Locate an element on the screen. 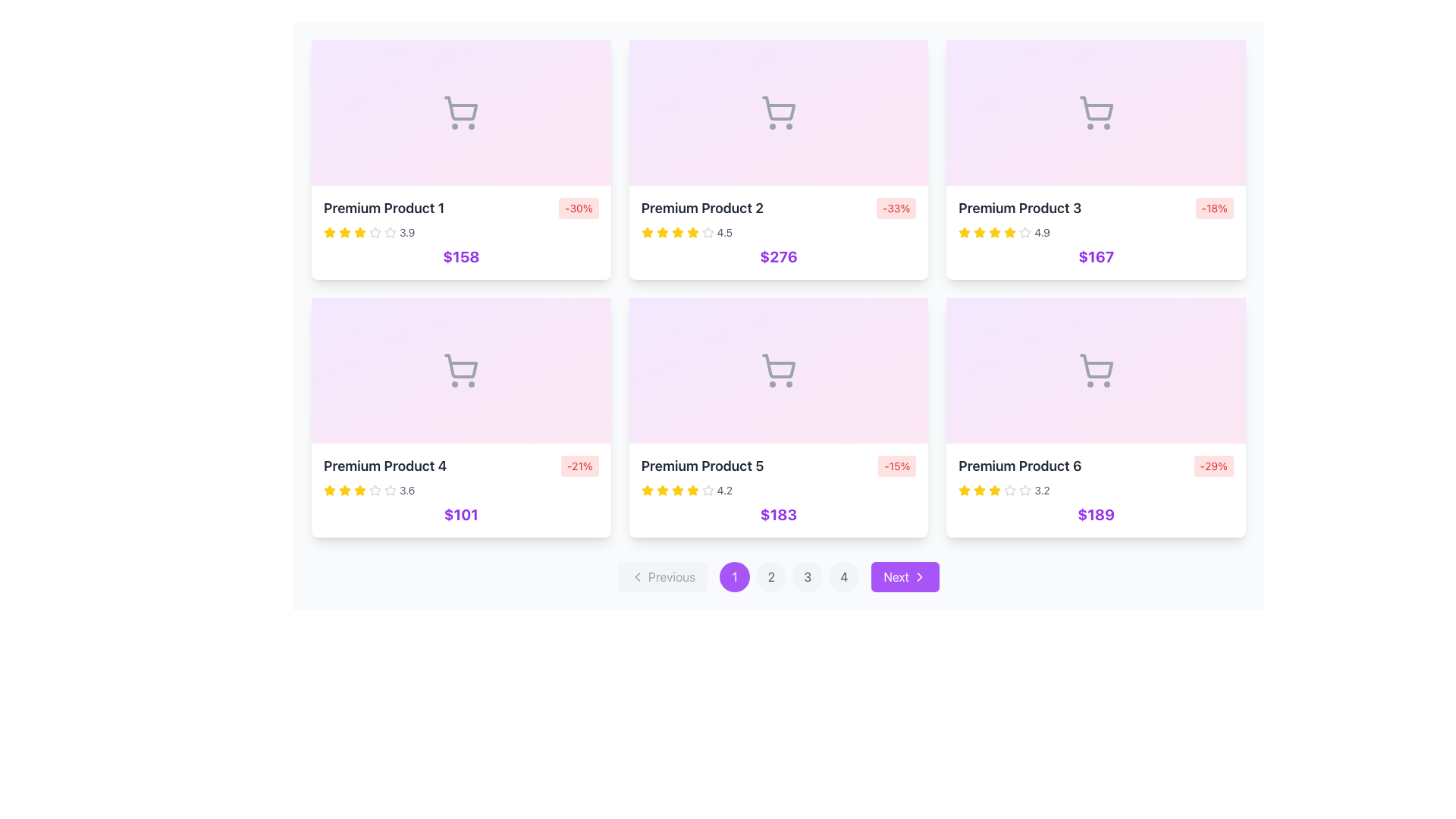 Image resolution: width=1456 pixels, height=819 pixels. the discount badge with a red background and white text displaying '-30%' located at the top-right corner of the 'Premium Product 1' card is located at coordinates (578, 208).